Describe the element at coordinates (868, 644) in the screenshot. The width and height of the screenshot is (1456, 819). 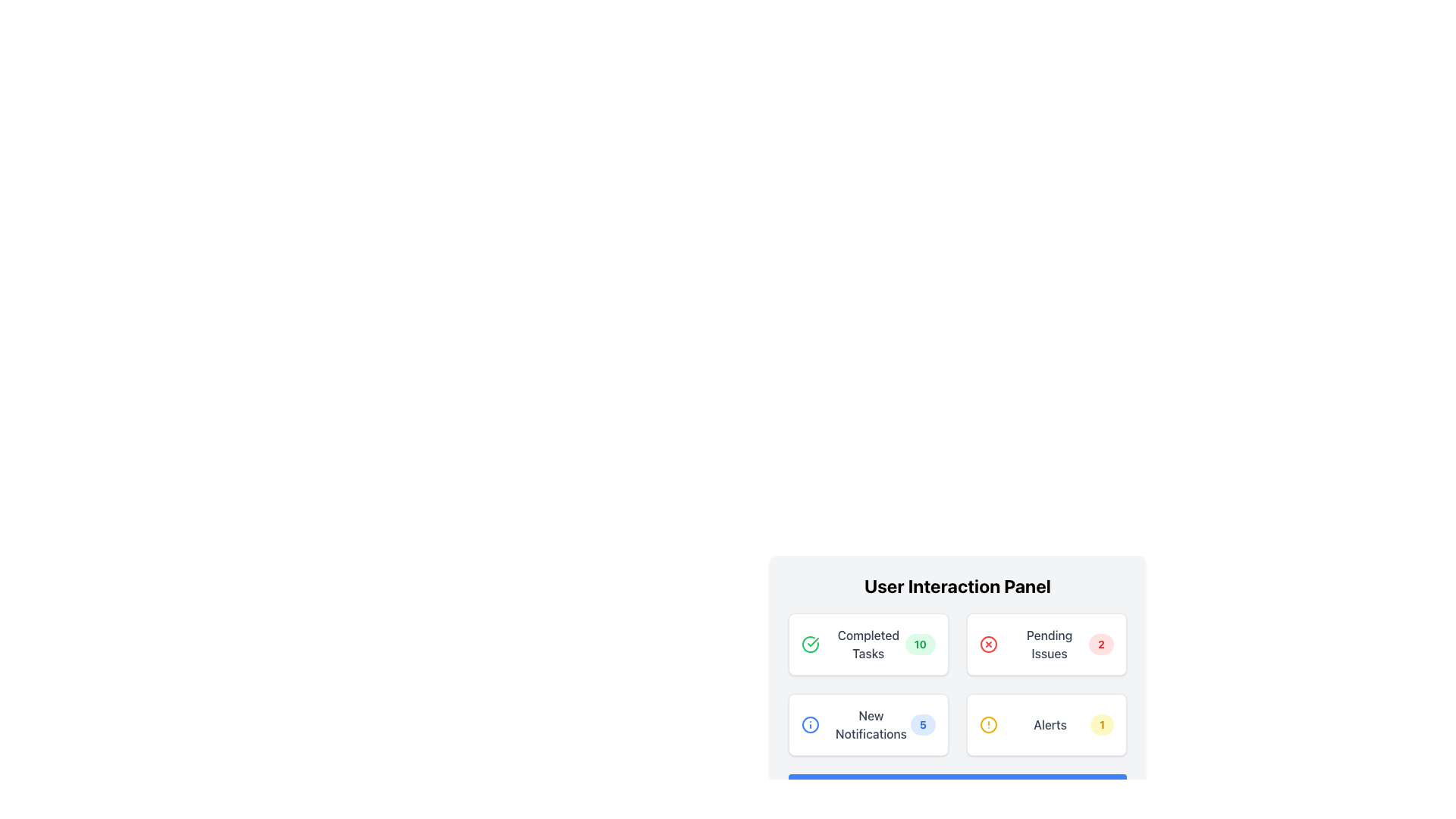
I see `the 'Completed Tasks' text label, which is centrally located within a rectangular card on the top-left corner of a four-card grid, adjacent to an icon and a green badge displaying '10'` at that location.